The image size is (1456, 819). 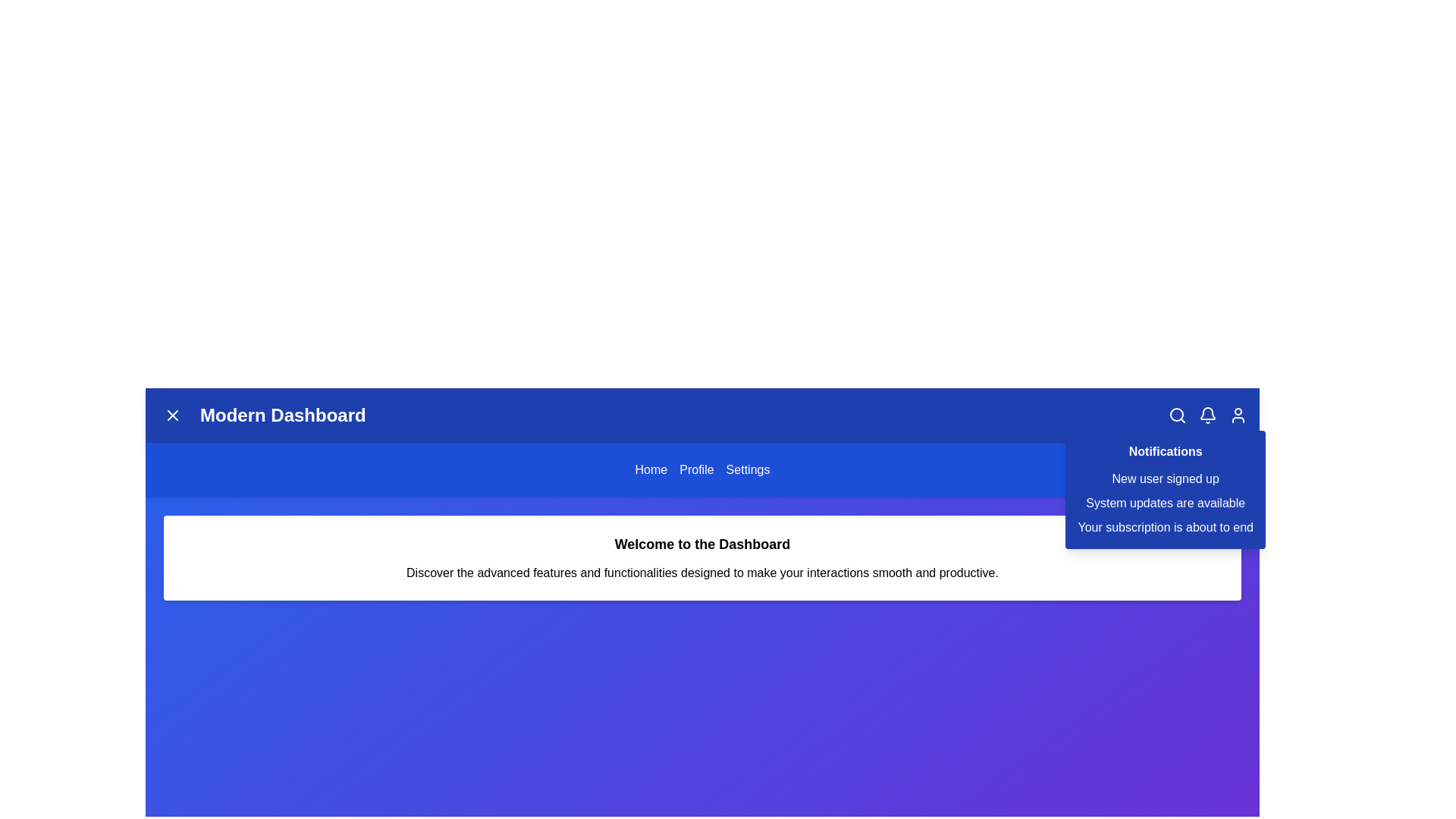 What do you see at coordinates (695, 469) in the screenshot?
I see `the 'Profile' button in the navigation bar` at bounding box center [695, 469].